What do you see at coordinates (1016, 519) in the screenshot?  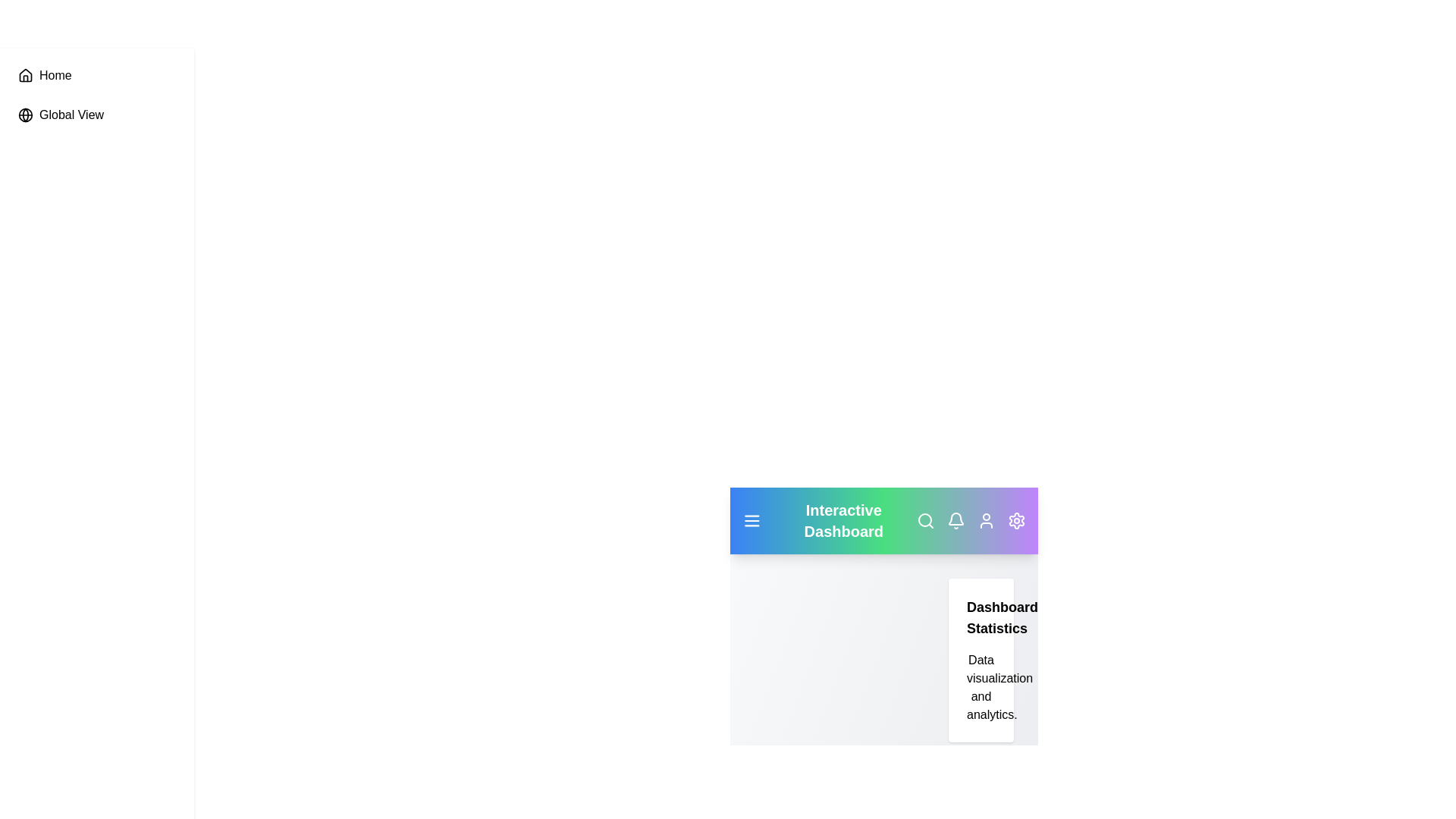 I see `the settings icon to open the application settings` at bounding box center [1016, 519].